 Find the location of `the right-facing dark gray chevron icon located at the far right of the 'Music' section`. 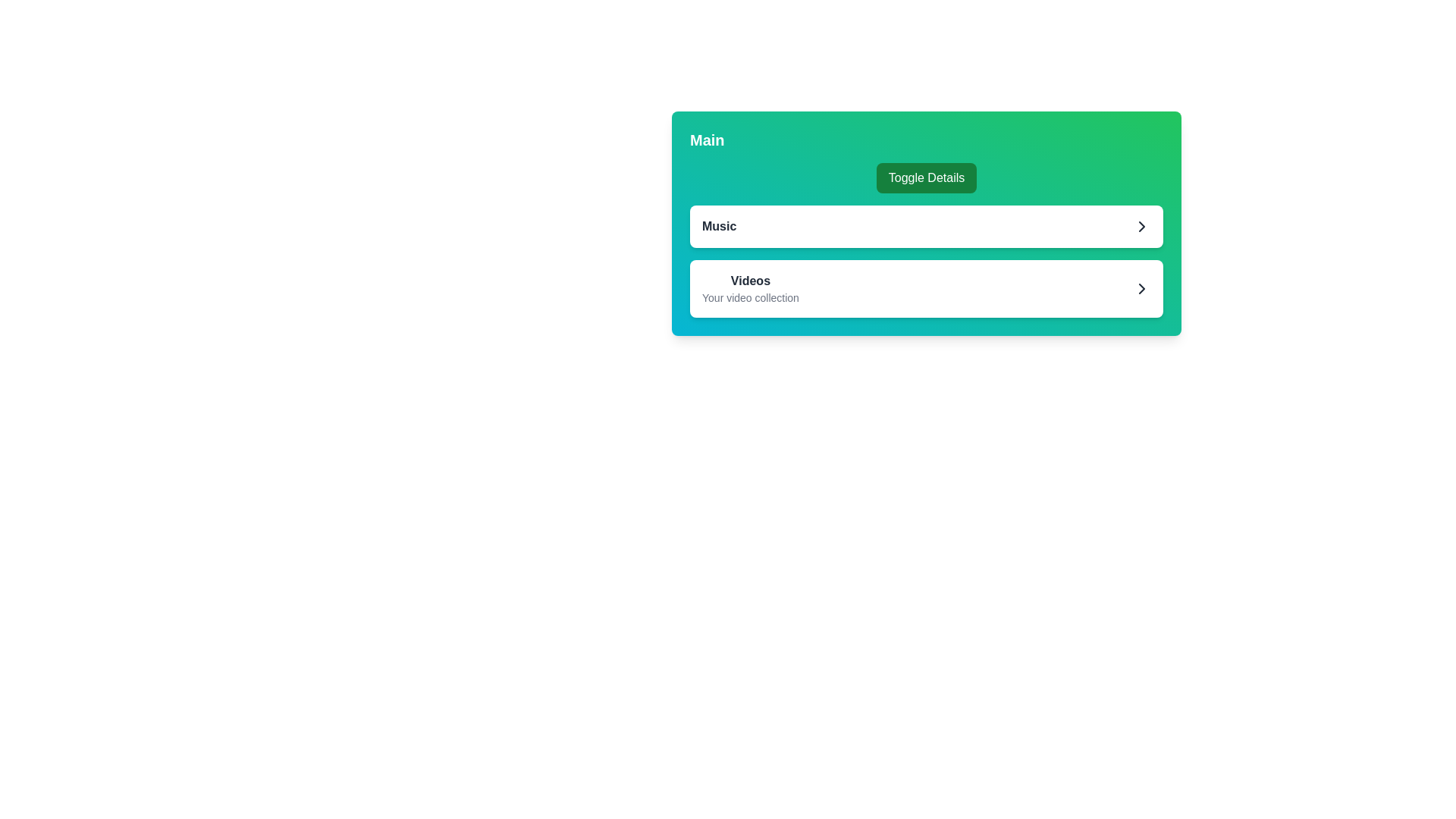

the right-facing dark gray chevron icon located at the far right of the 'Music' section is located at coordinates (1142, 227).